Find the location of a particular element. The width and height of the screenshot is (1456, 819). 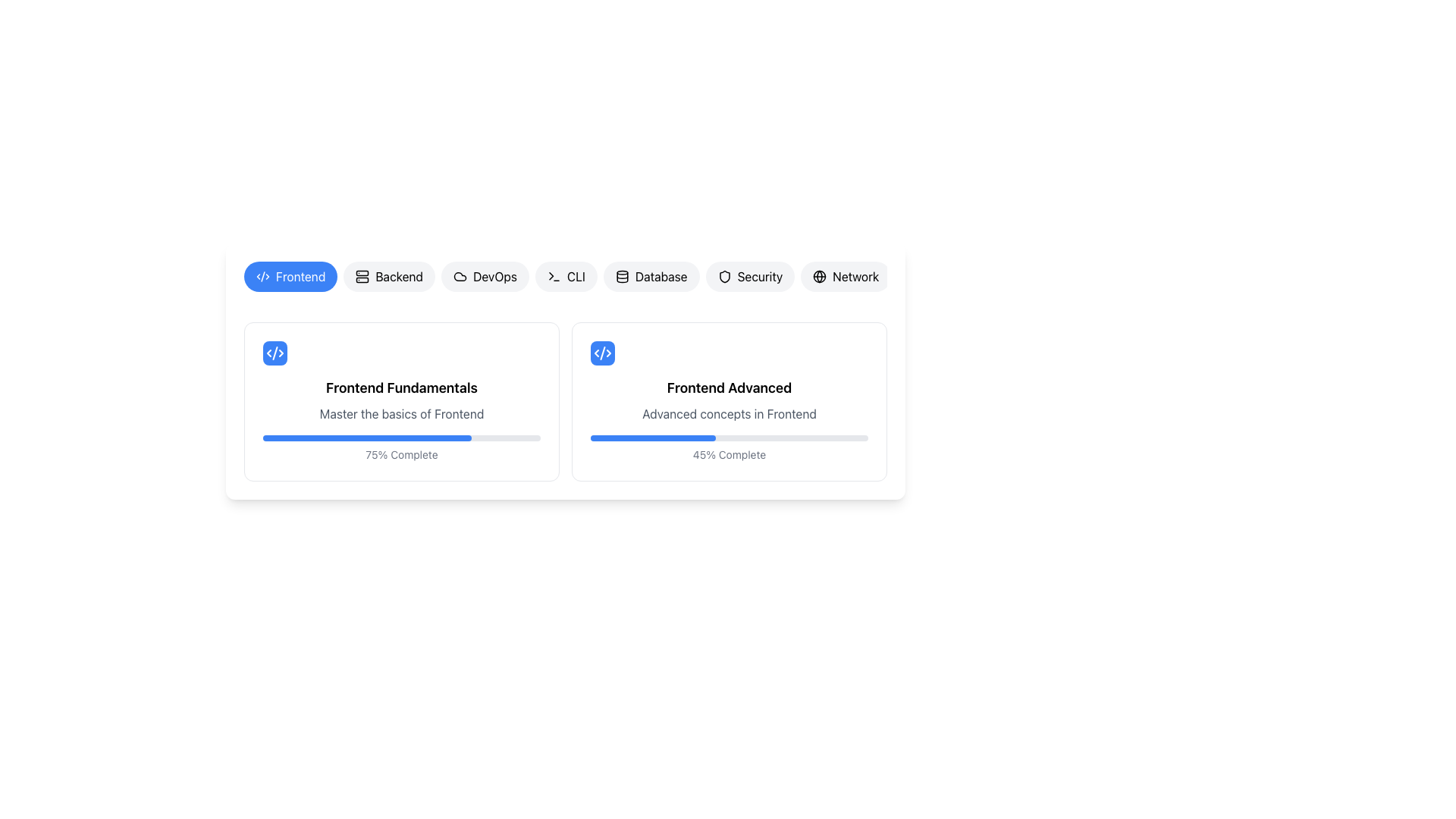

the 'Database' button, which is a light gray rounded rectangular button displaying the word 'Database' in a medium sans-serif font is located at coordinates (661, 277).